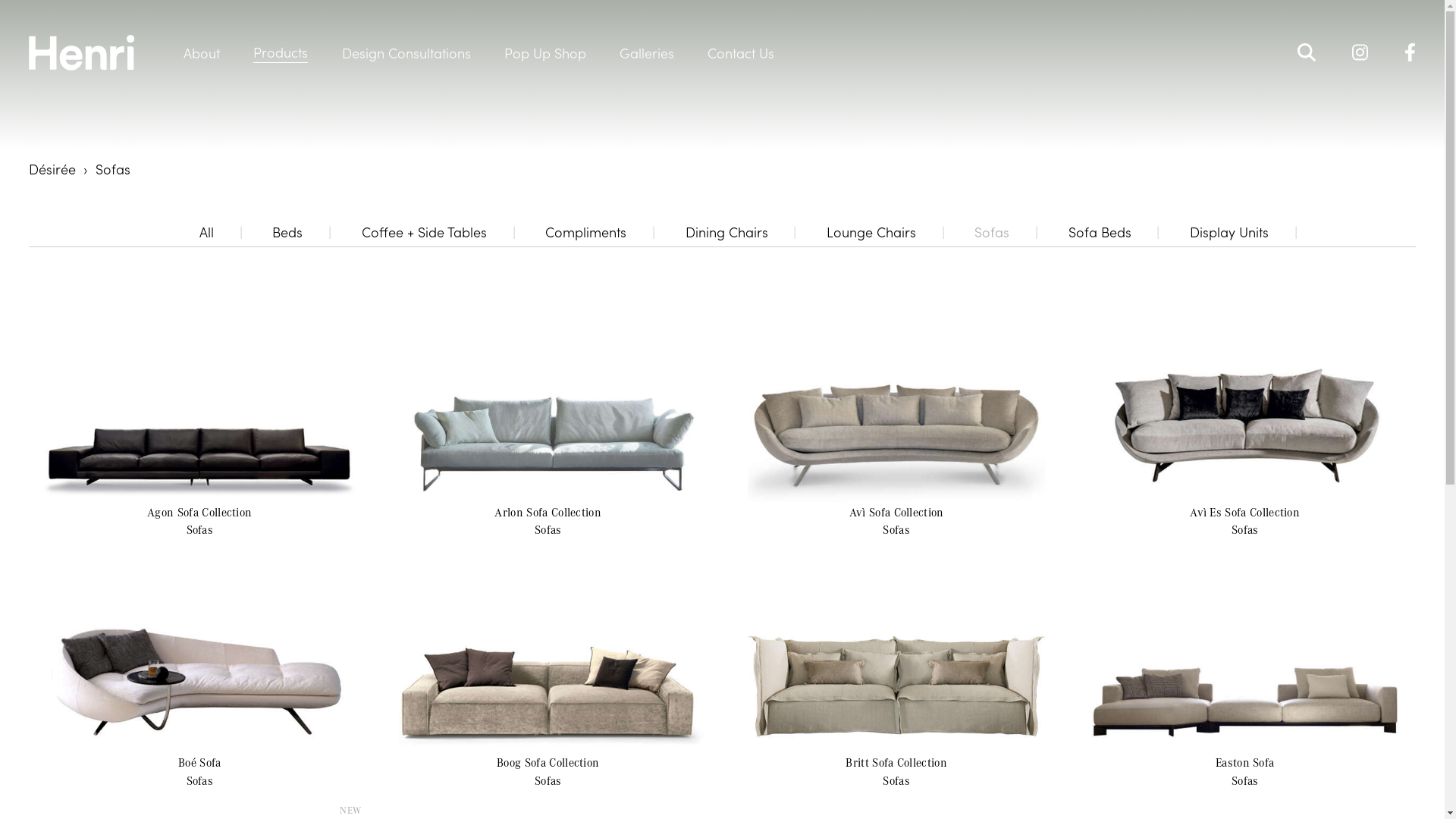 This screenshot has height=819, width=1456. I want to click on 'Compliments', so click(545, 231).